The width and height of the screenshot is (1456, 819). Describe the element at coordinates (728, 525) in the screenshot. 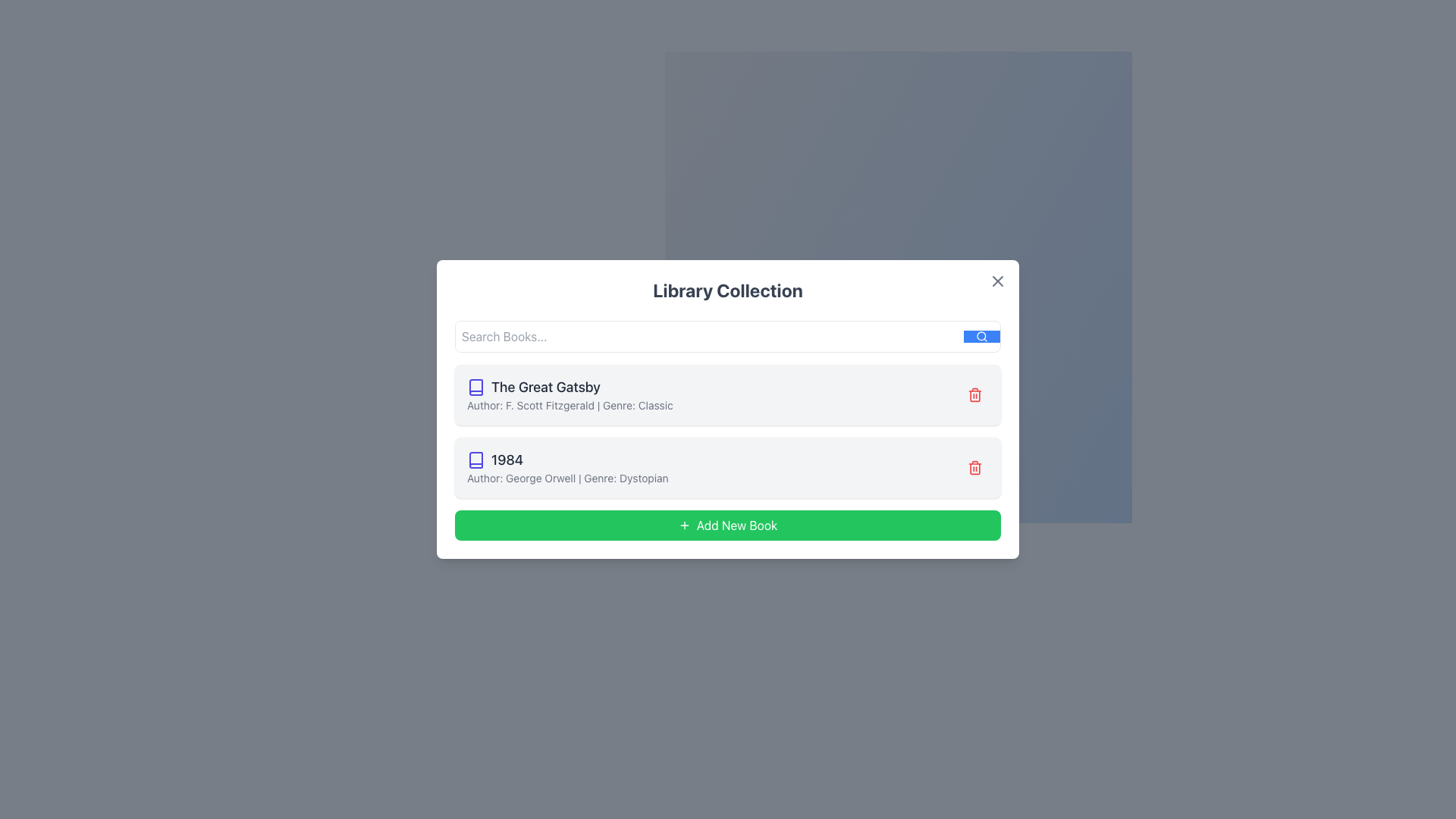

I see `the horizontally elongated rectangular button with a green background and white text that reads 'Add New Book', located at the bottom of the 'Library Collection' modal window` at that location.